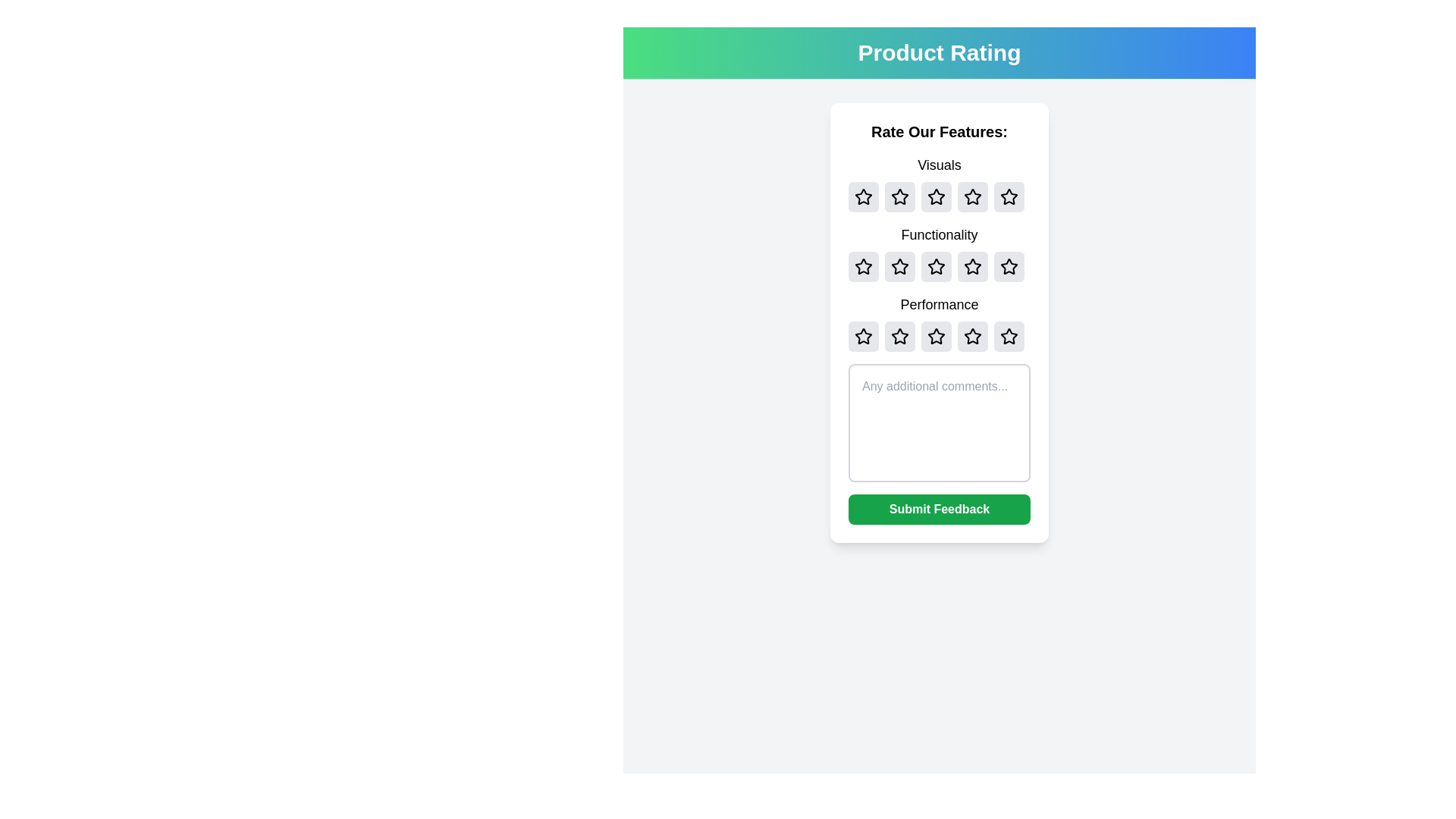  I want to click on the third star icon in the rating system for the 'Functionality' category to assign a rating, so click(935, 265).